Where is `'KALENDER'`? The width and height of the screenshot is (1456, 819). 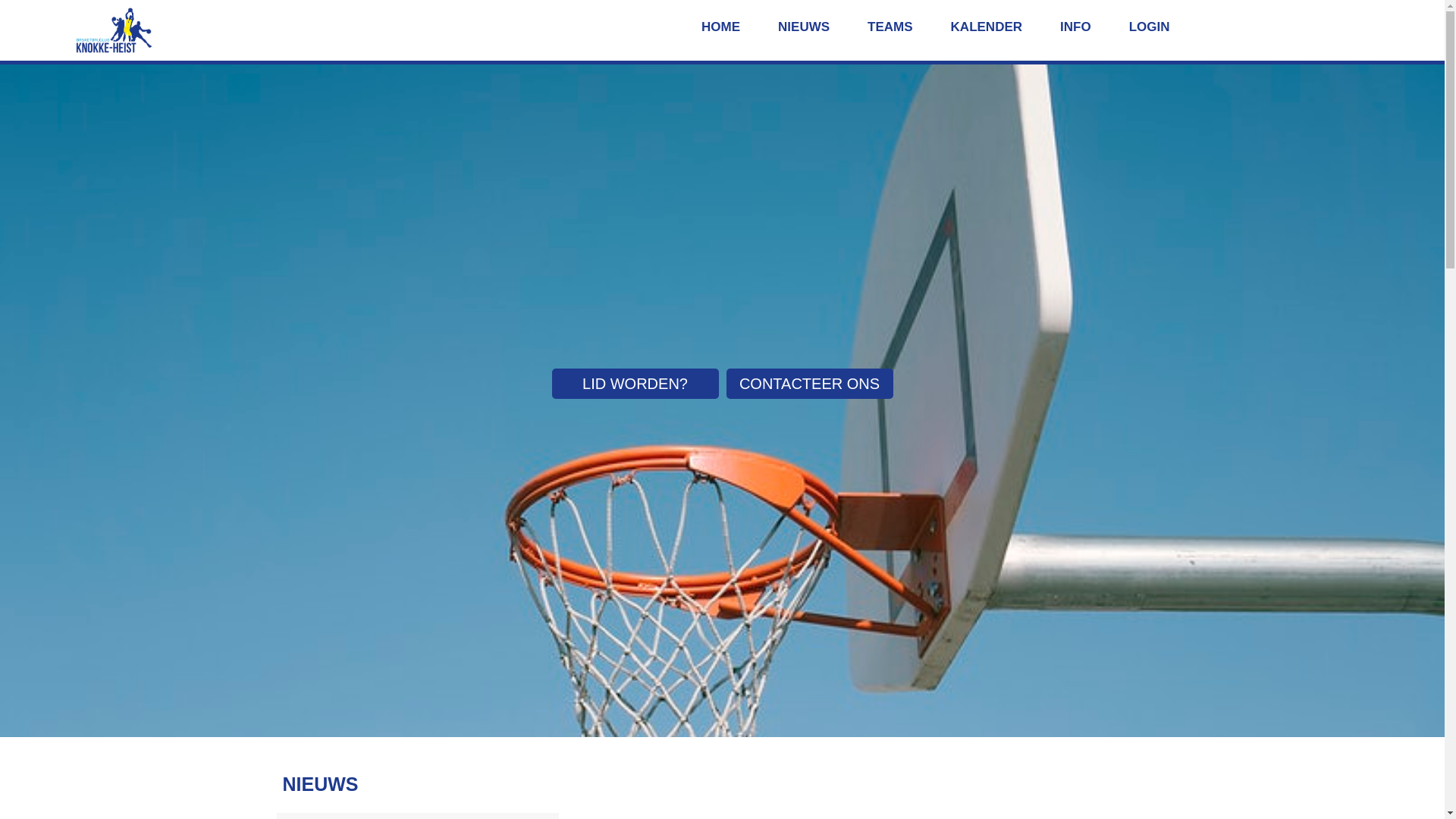 'KALENDER' is located at coordinates (986, 27).